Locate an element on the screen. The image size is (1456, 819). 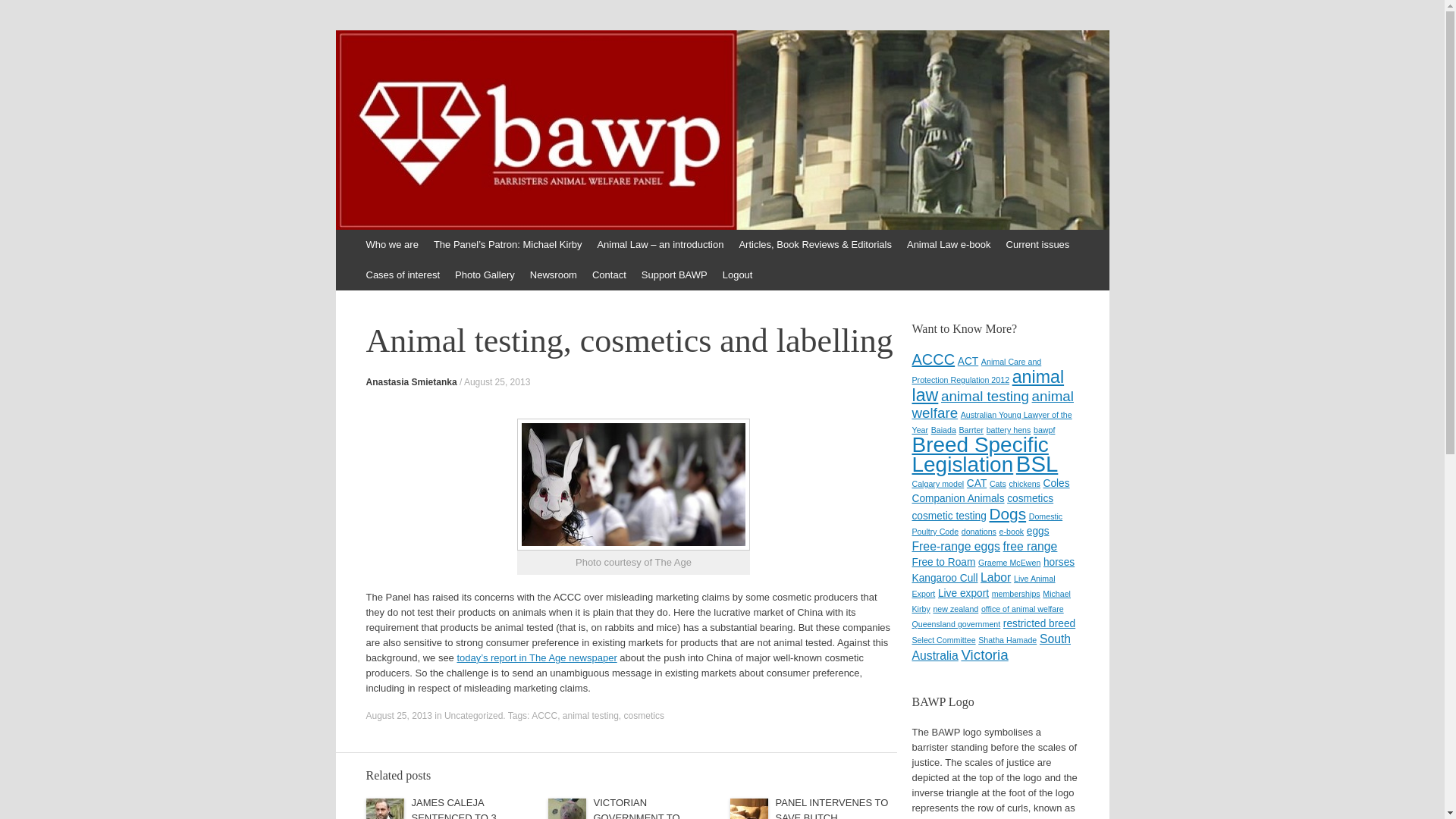
'e-book' is located at coordinates (1012, 531).